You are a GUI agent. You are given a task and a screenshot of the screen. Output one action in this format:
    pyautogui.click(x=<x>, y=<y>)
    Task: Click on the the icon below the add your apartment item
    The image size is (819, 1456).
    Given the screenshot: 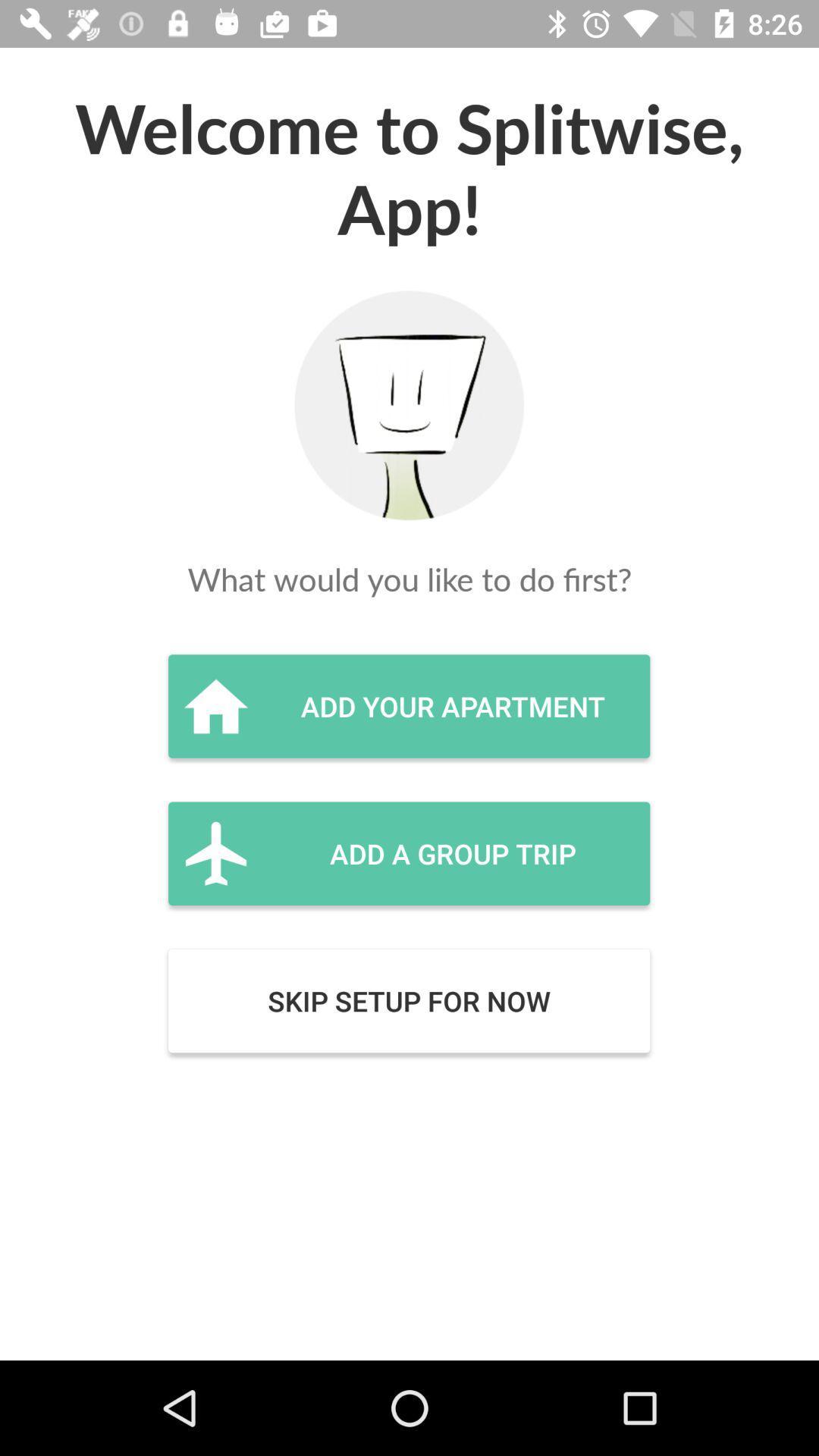 What is the action you would take?
    pyautogui.click(x=408, y=853)
    